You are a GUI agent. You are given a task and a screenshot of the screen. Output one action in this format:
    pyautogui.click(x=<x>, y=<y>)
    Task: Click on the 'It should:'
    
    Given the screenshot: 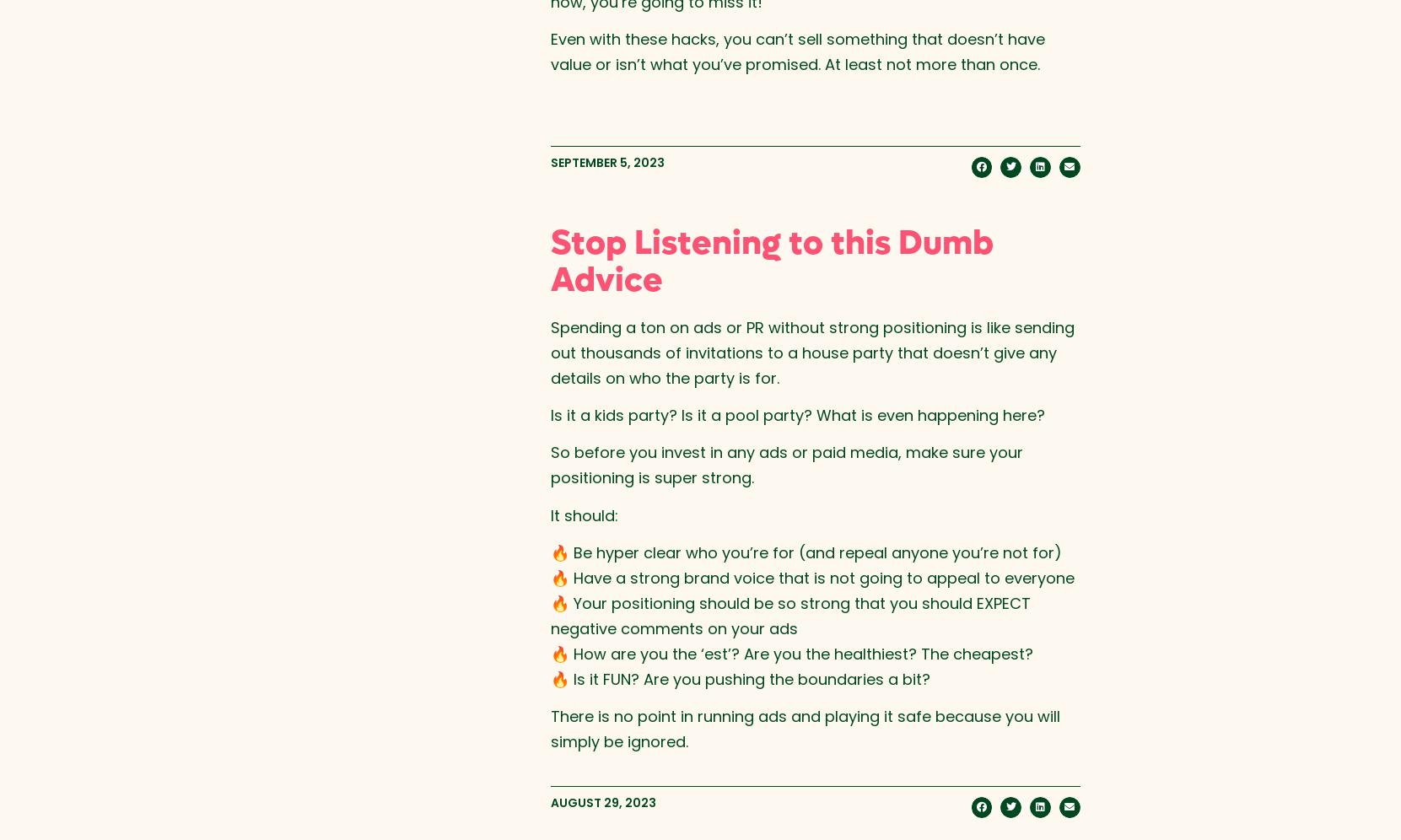 What is the action you would take?
    pyautogui.click(x=583, y=514)
    